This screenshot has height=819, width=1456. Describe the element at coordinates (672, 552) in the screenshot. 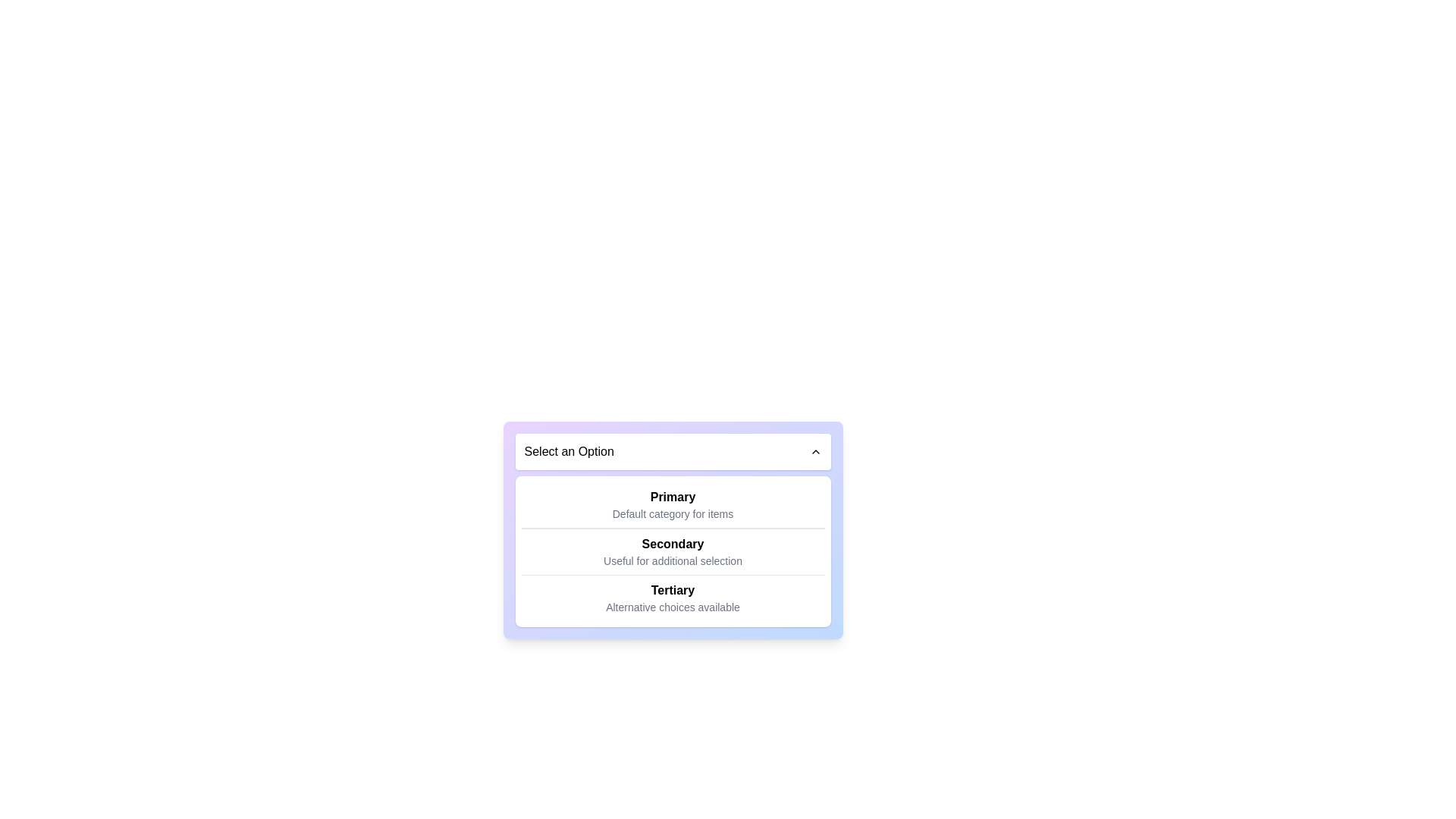

I see `the Text display component that shows 'Secondary' in bold and 'Useful for additional selection' in smaller gray text, located centrally in the list of options` at that location.